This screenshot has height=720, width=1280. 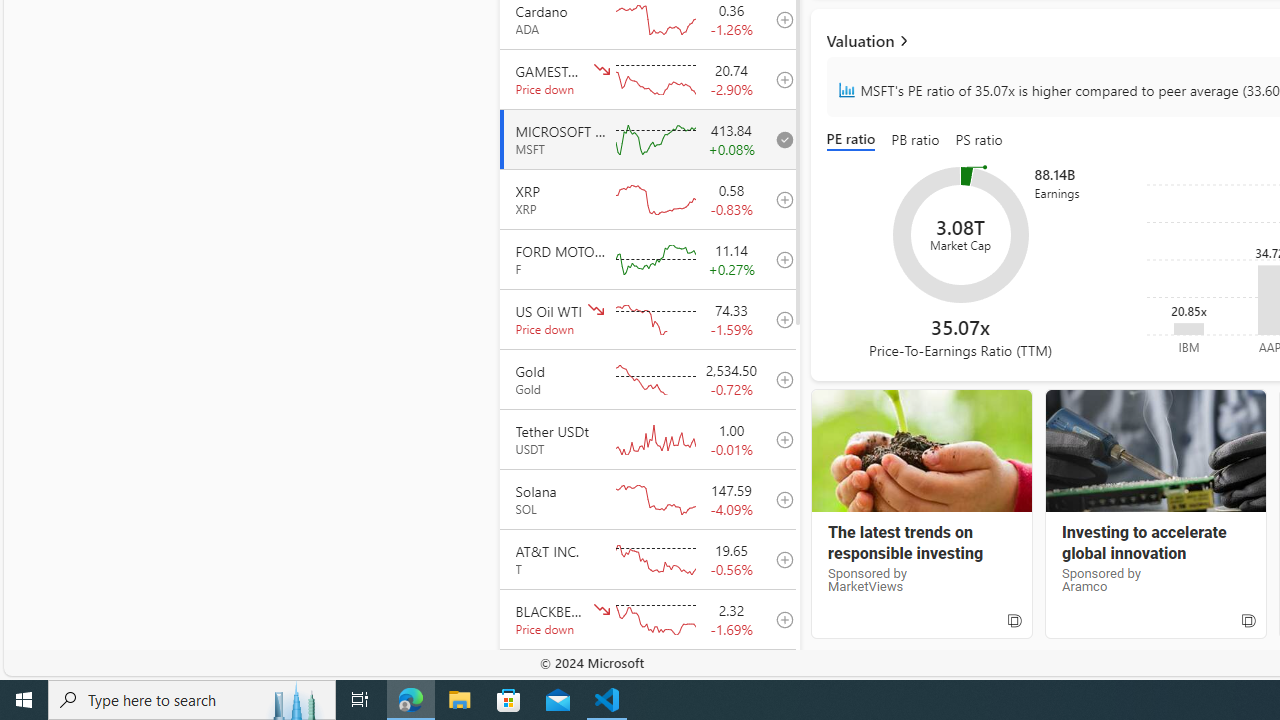 What do you see at coordinates (914, 140) in the screenshot?
I see `'PB ratio'` at bounding box center [914, 140].